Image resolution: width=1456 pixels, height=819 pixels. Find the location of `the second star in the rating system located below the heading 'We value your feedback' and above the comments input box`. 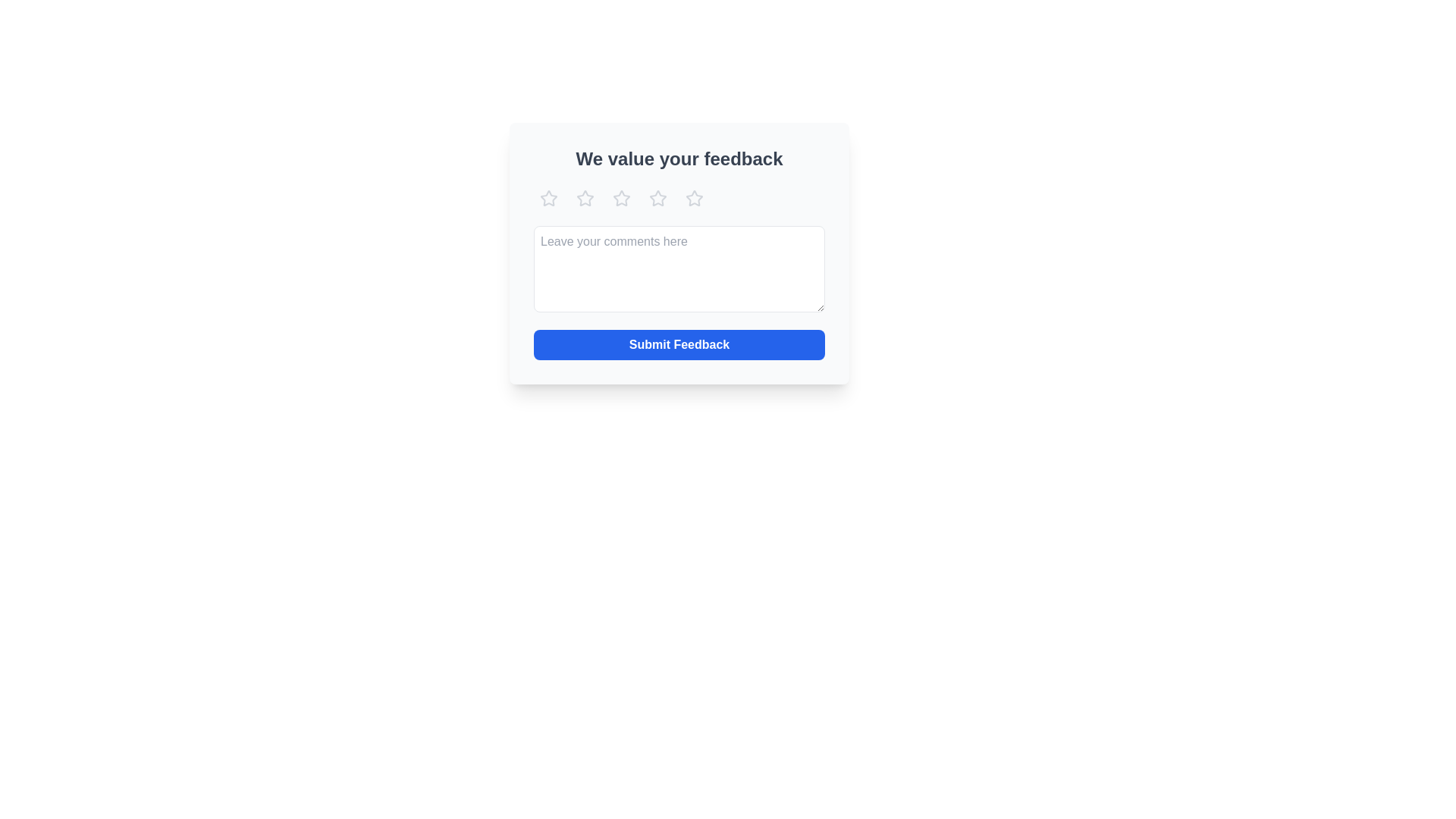

the second star in the rating system located below the heading 'We value your feedback' and above the comments input box is located at coordinates (622, 198).